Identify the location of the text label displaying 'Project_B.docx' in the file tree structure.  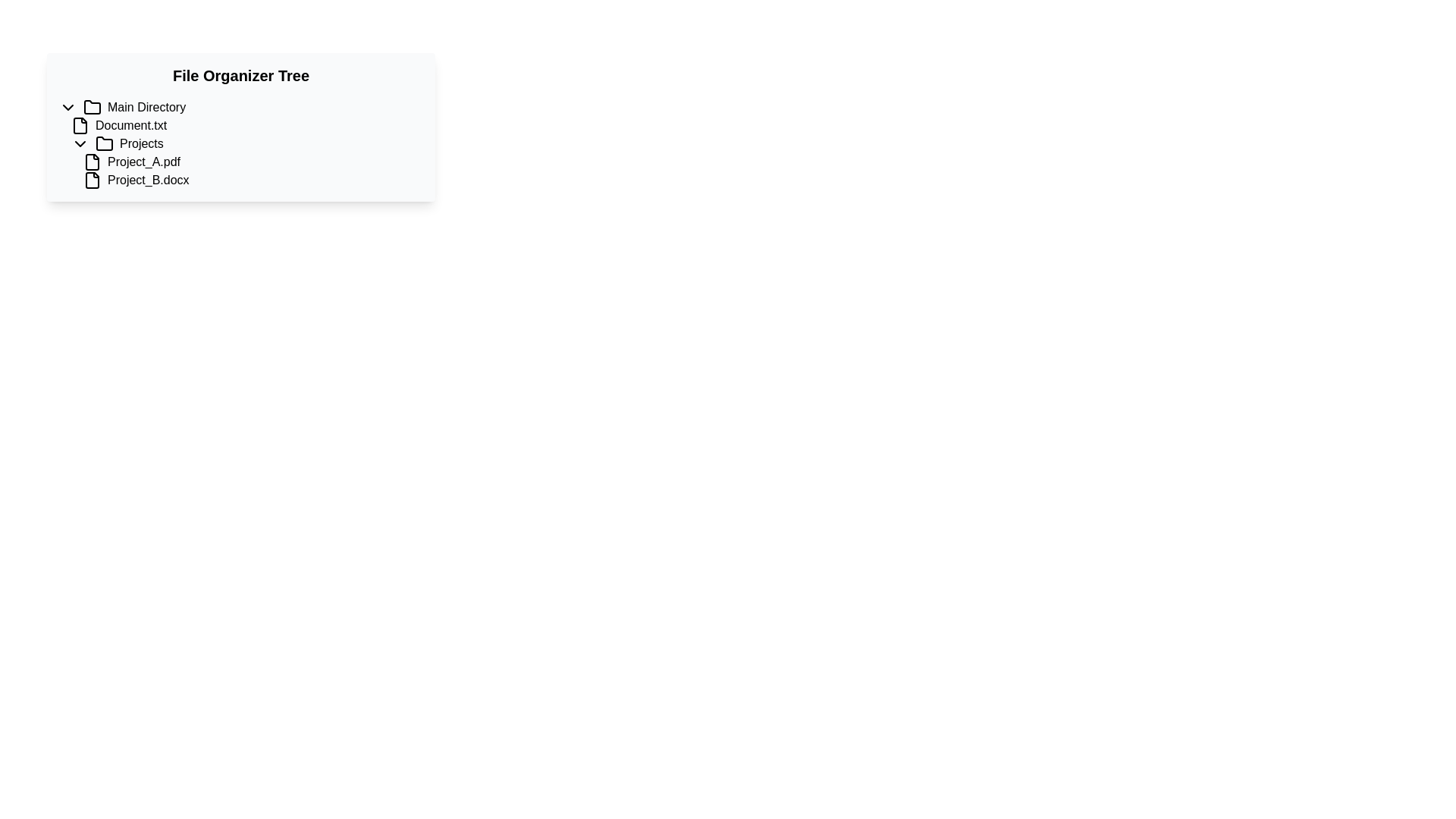
(148, 180).